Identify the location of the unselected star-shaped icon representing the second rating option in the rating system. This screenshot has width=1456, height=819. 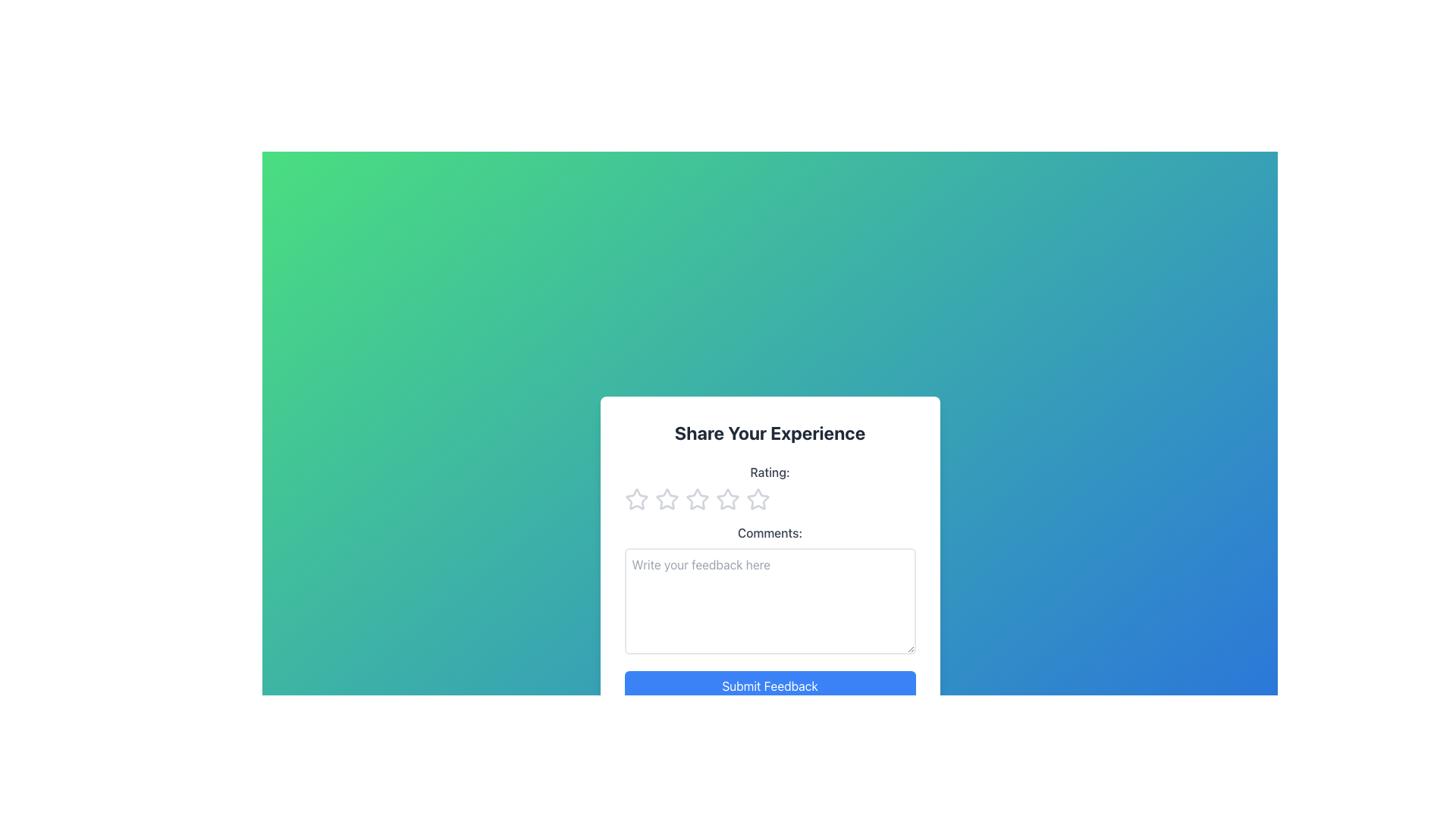
(726, 499).